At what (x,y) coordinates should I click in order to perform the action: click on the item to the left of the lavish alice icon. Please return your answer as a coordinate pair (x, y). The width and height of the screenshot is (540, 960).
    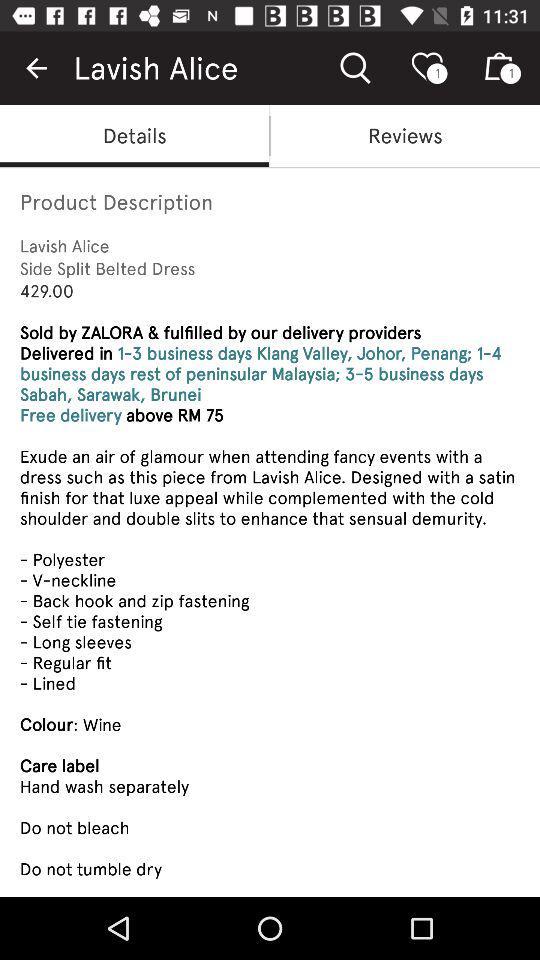
    Looking at the image, I should click on (36, 68).